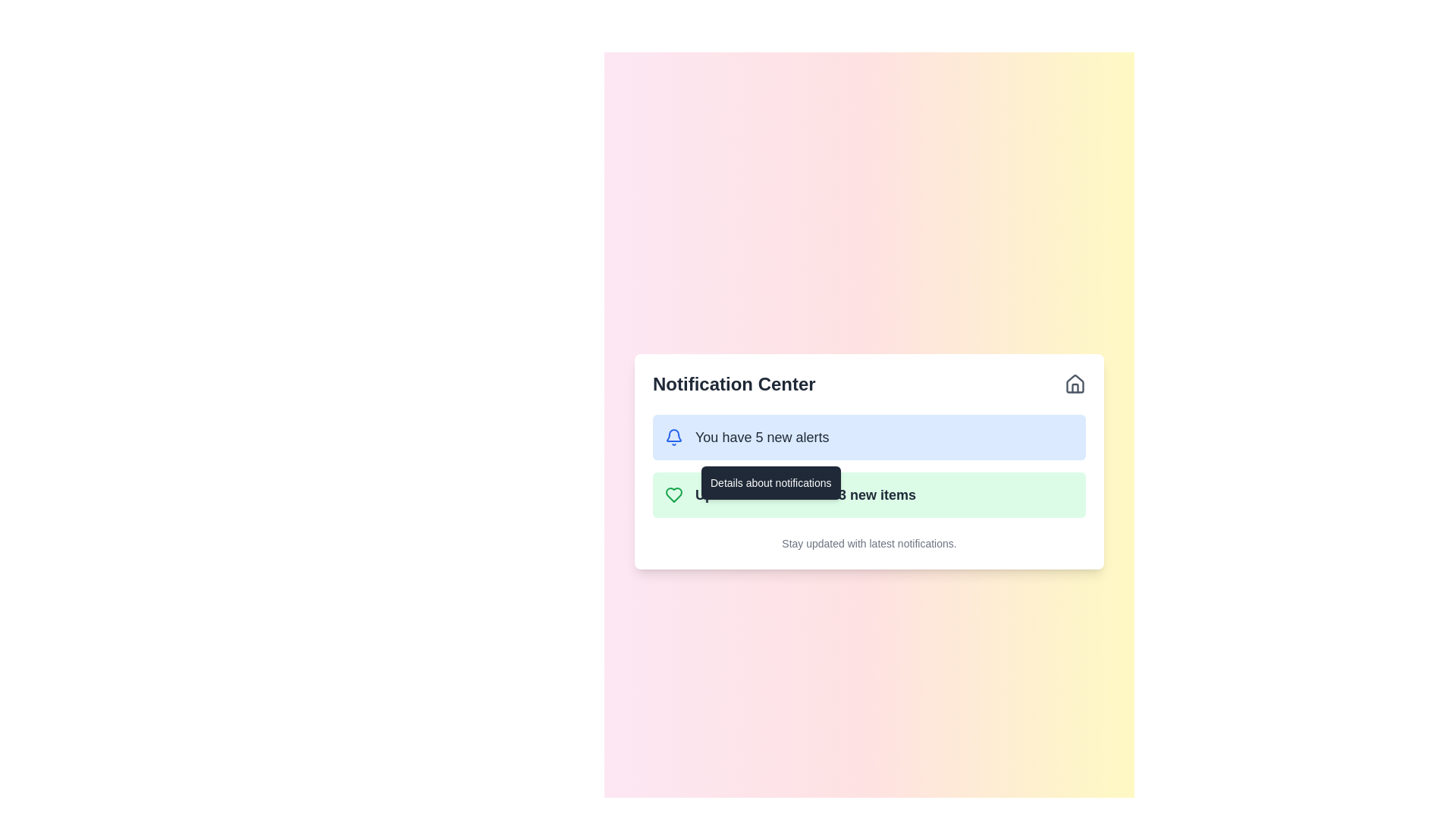  What do you see at coordinates (673, 494) in the screenshot?
I see `the wish list icon located in the green-shaded box next to the text 'Updated wishlist with 3 new items'` at bounding box center [673, 494].